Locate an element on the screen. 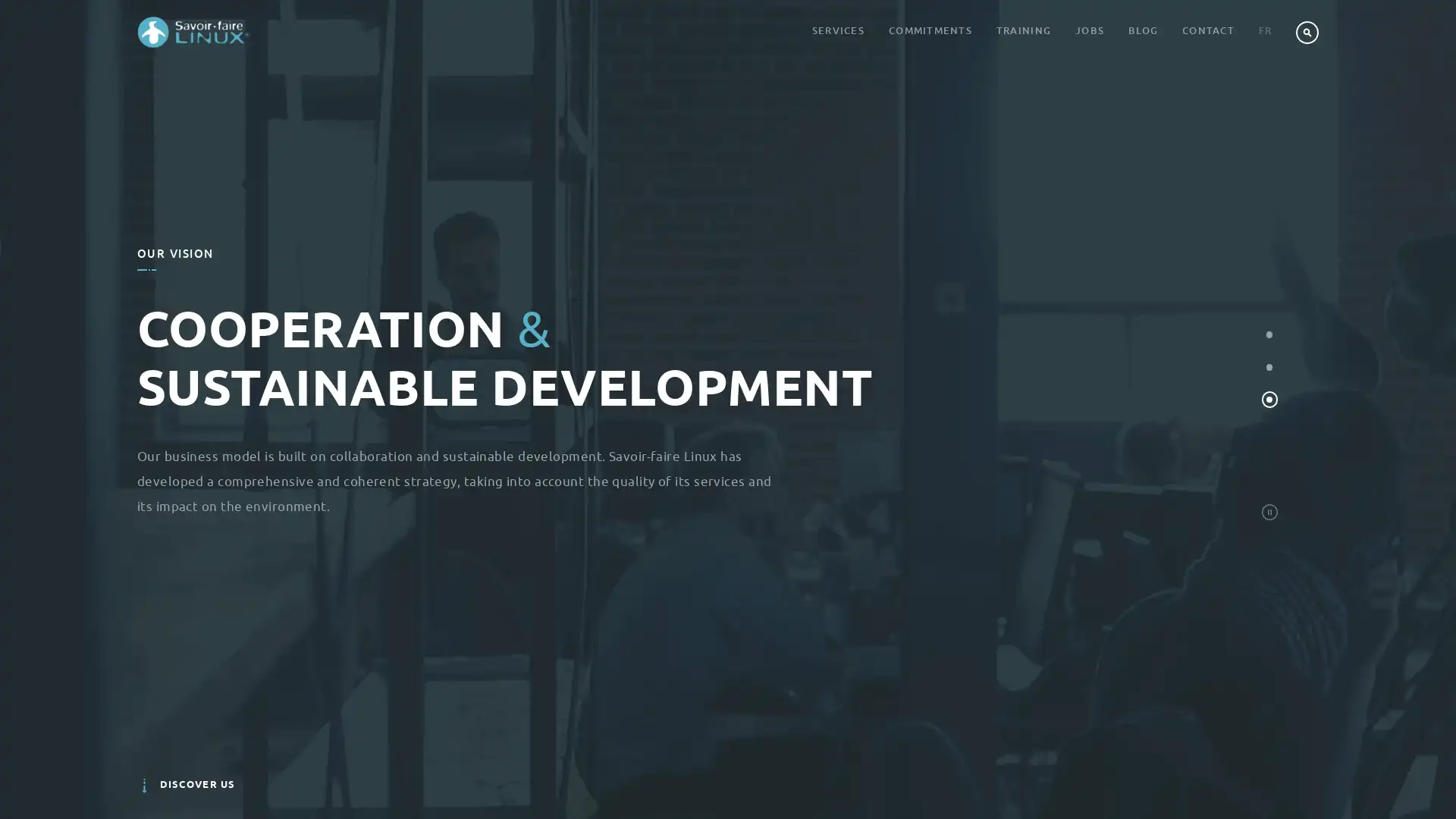  STOP_START_SLIDESHOW_LABEL is located at coordinates (1269, 512).